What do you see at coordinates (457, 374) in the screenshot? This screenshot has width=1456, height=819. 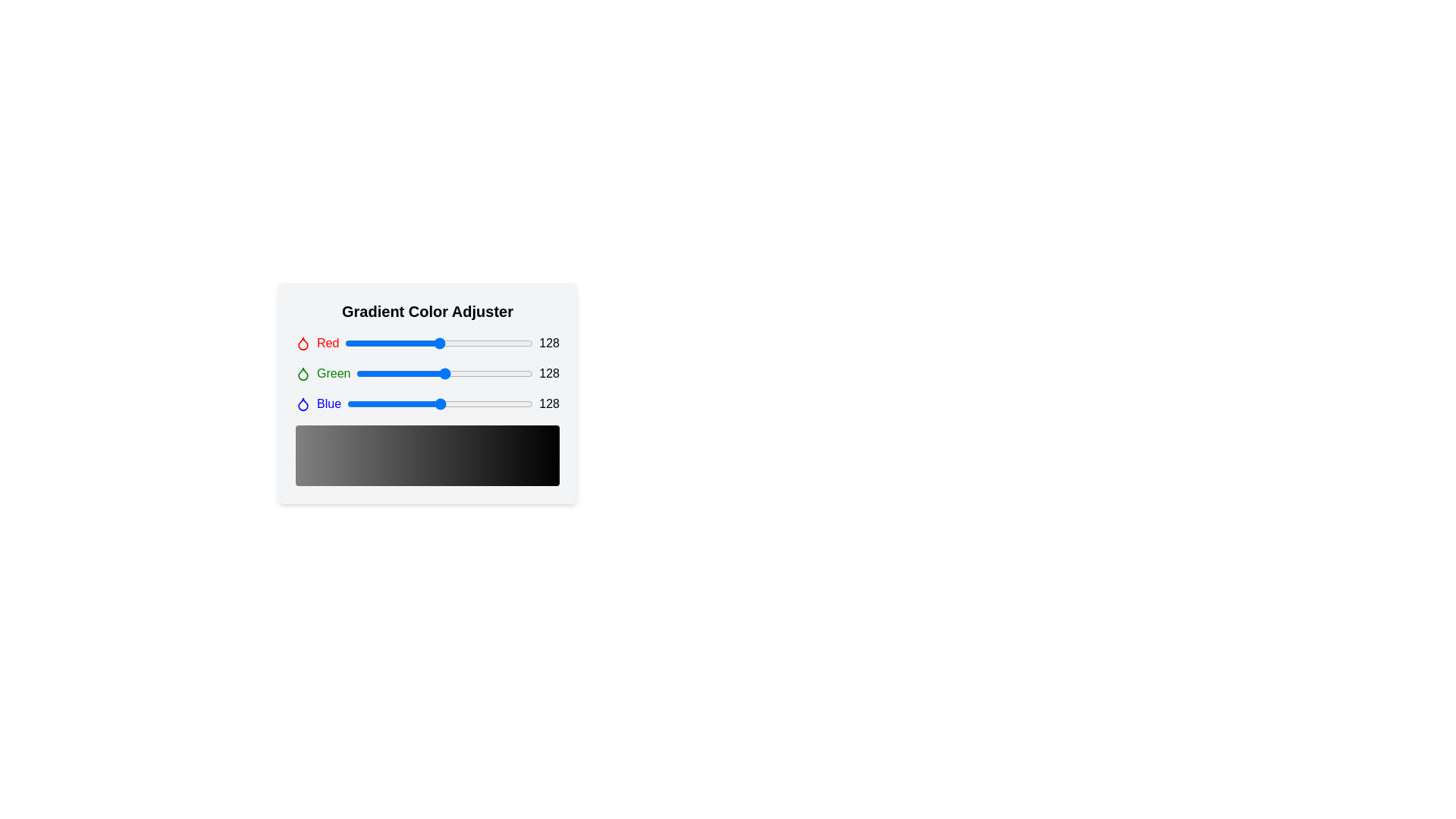 I see `the green slider to 146` at bounding box center [457, 374].